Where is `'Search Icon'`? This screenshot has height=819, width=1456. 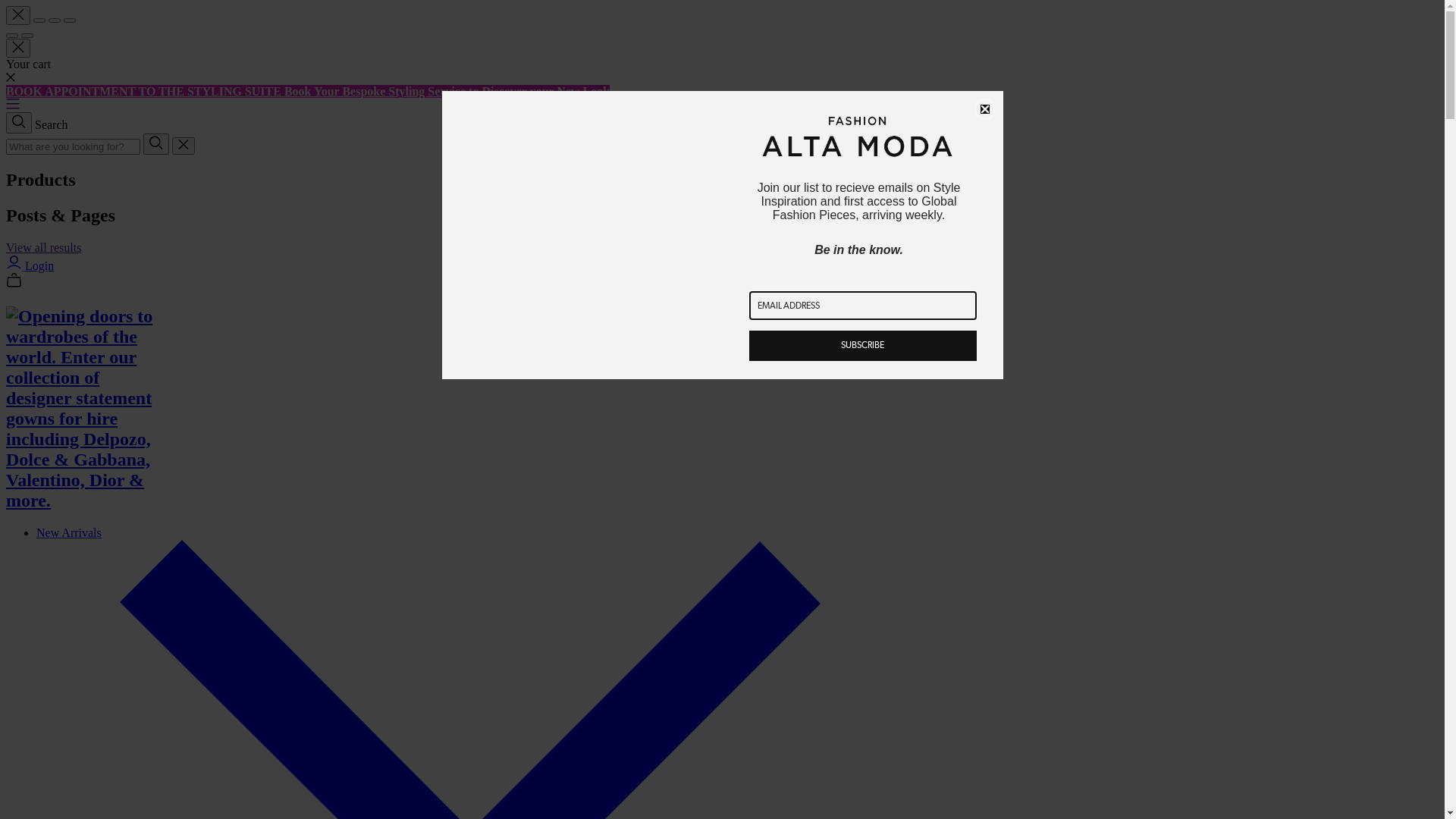 'Search Icon' is located at coordinates (143, 143).